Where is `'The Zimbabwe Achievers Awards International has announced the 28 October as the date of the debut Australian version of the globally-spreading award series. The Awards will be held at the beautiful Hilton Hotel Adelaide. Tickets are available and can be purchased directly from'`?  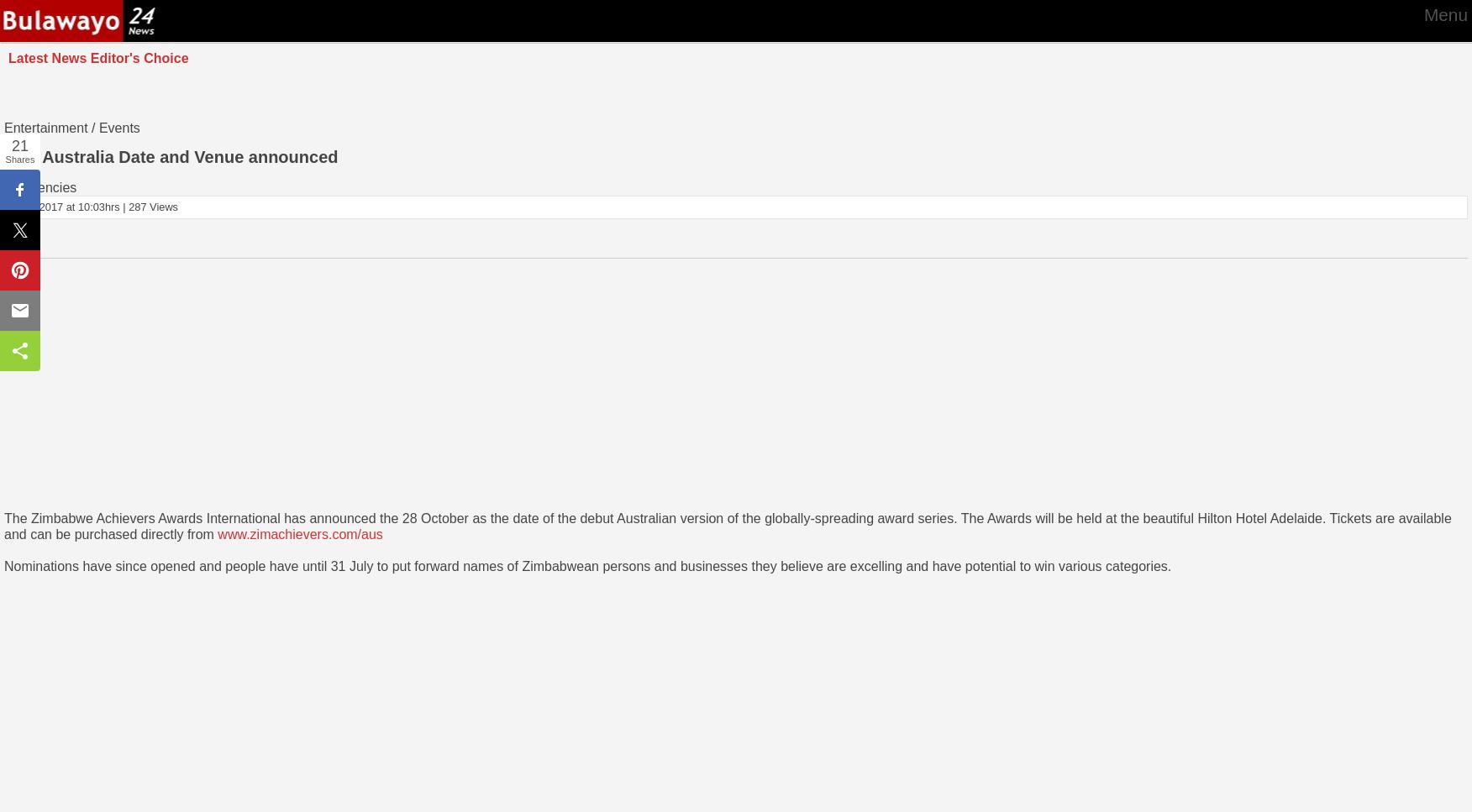 'The Zimbabwe Achievers Awards International has announced the 28 October as the date of the debut Australian version of the globally-spreading award series. The Awards will be held at the beautiful Hilton Hotel Adelaide. Tickets are available and can be purchased directly from' is located at coordinates (4, 526).